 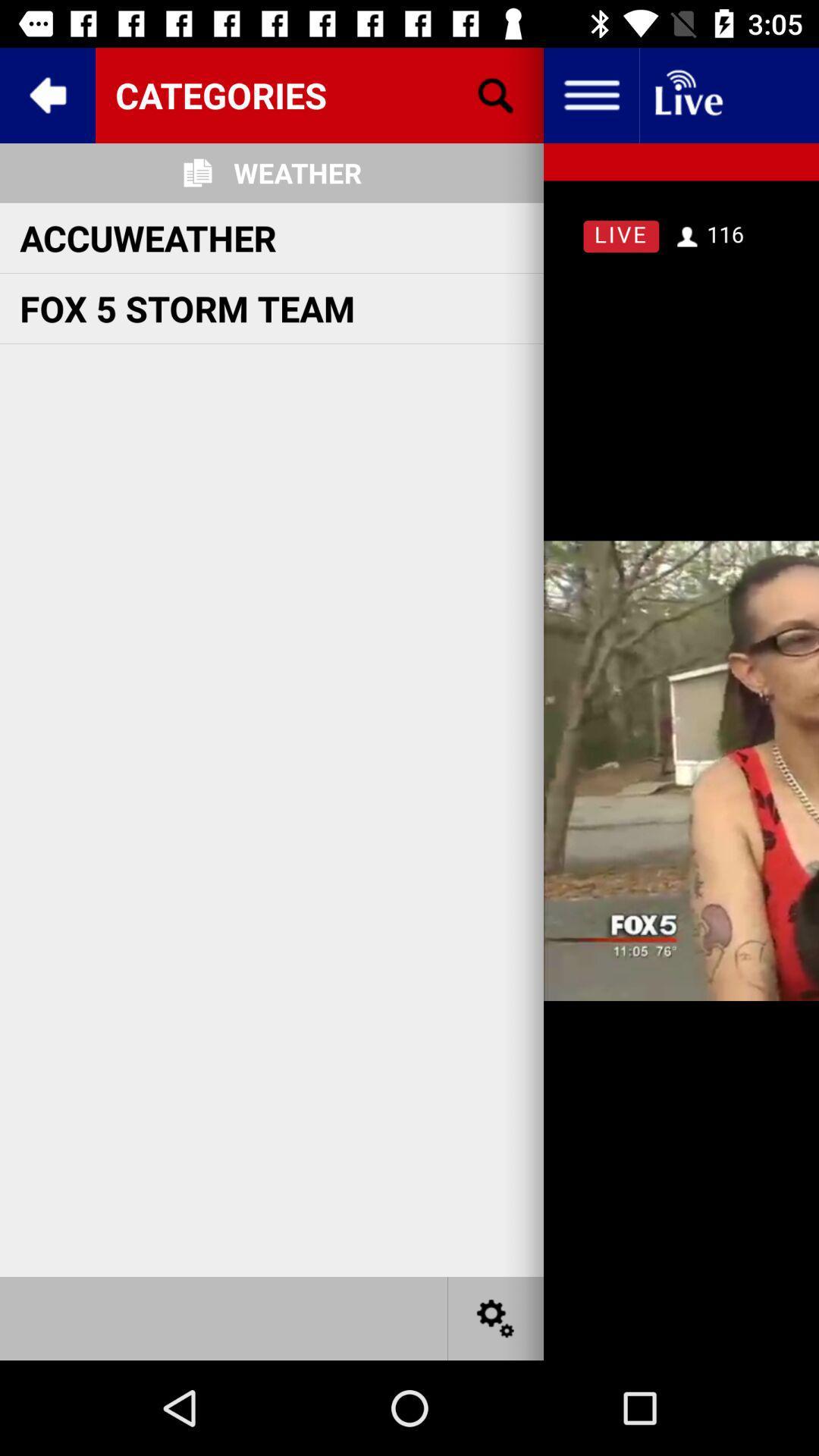 I want to click on the arrow_backward icon, so click(x=46, y=94).